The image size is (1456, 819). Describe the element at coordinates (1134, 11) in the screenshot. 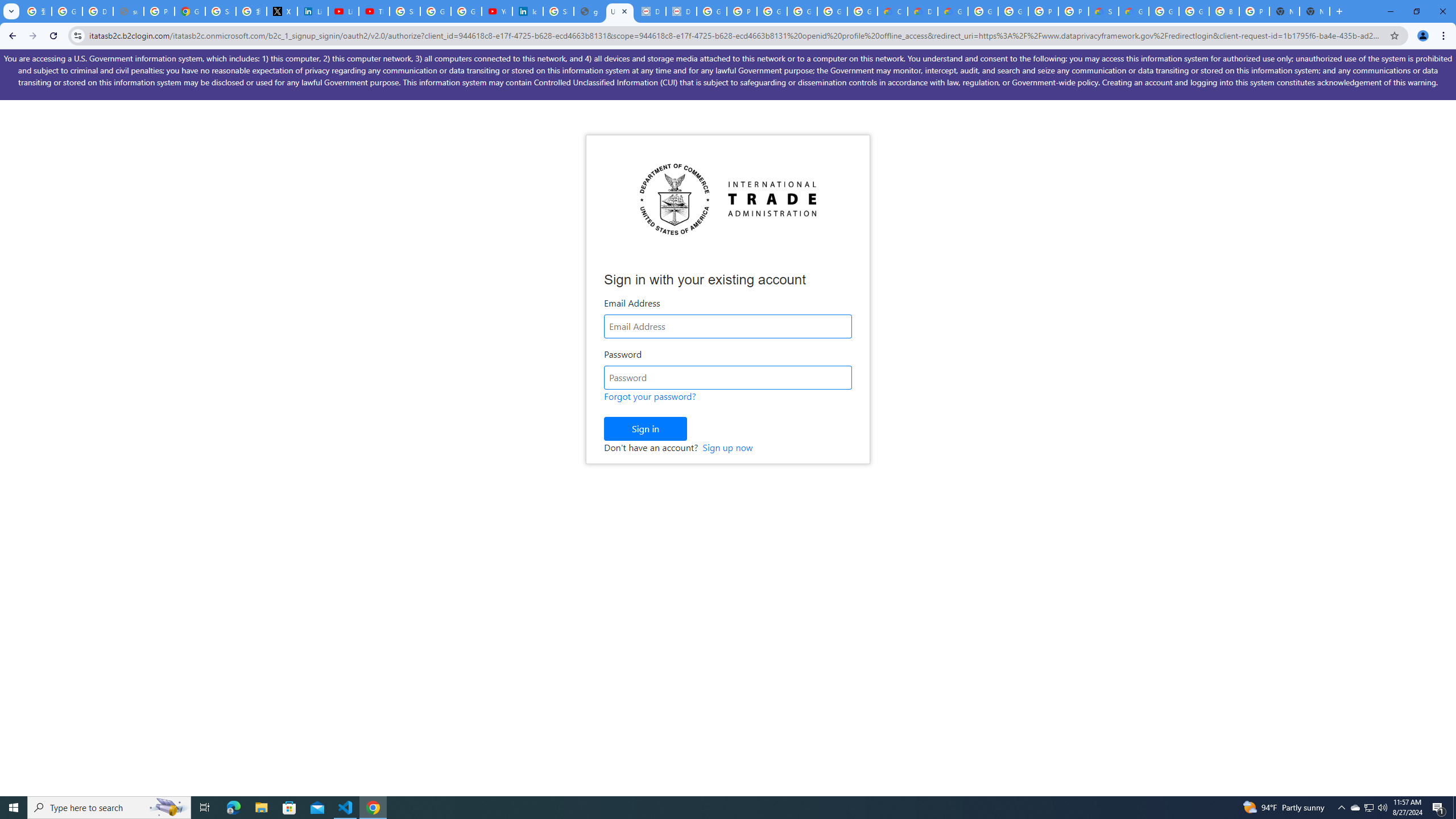

I see `'Google Cloud Service Health'` at that location.